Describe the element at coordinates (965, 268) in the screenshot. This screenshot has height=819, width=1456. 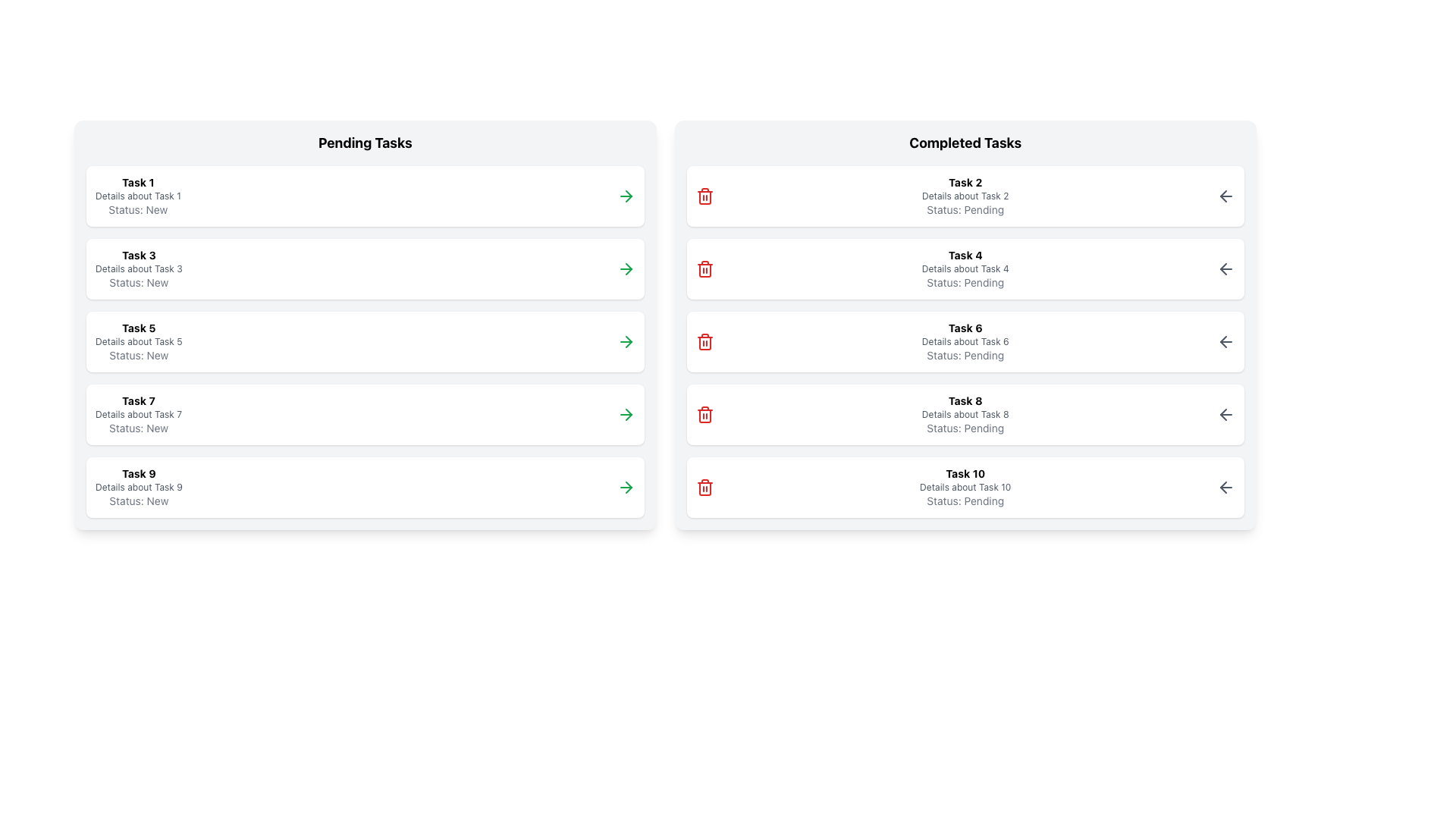
I see `the second task item in the 'Completed Tasks' section` at that location.